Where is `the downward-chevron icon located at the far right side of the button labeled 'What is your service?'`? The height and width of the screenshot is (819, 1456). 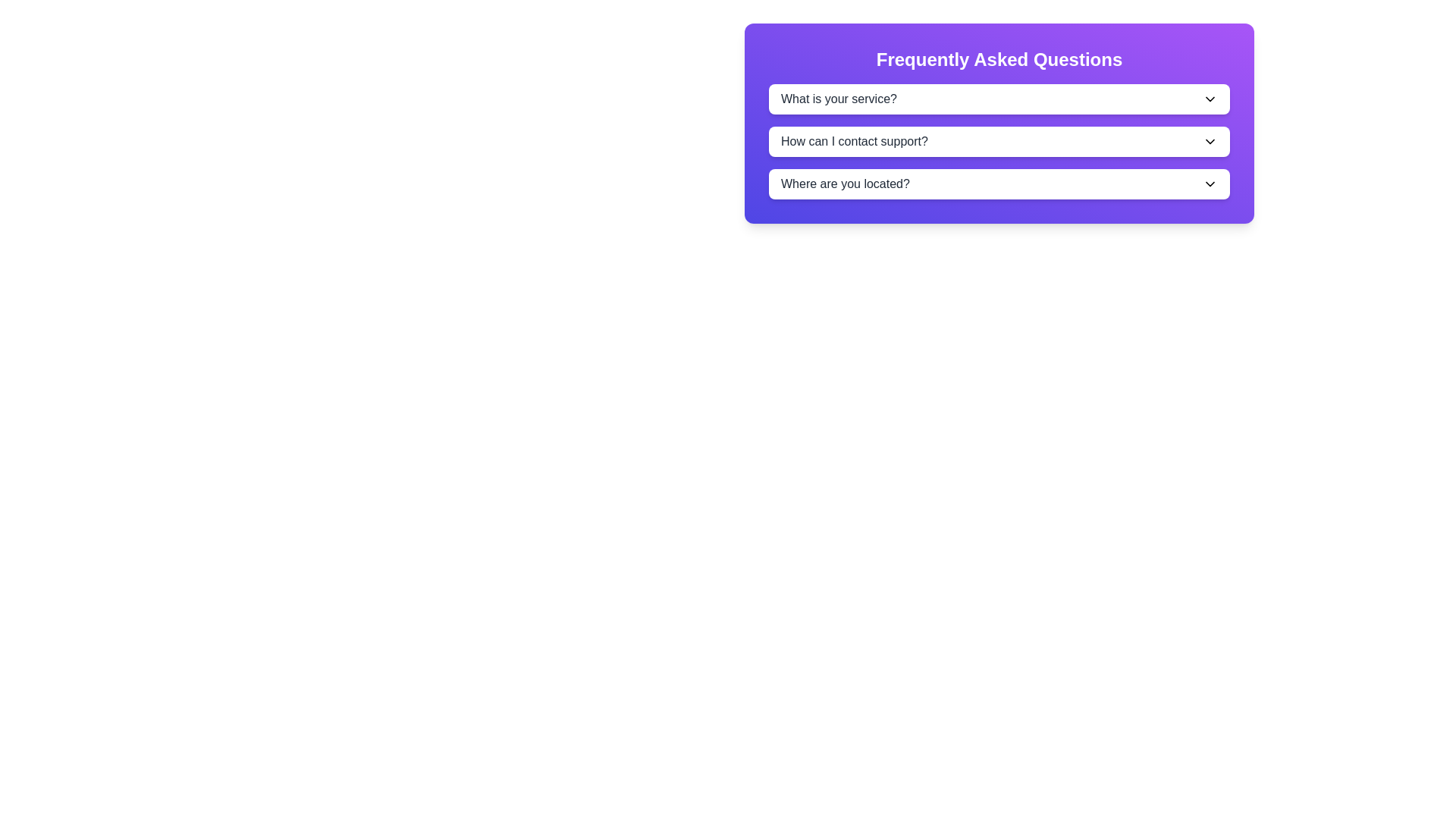
the downward-chevron icon located at the far right side of the button labeled 'What is your service?' is located at coordinates (1210, 99).